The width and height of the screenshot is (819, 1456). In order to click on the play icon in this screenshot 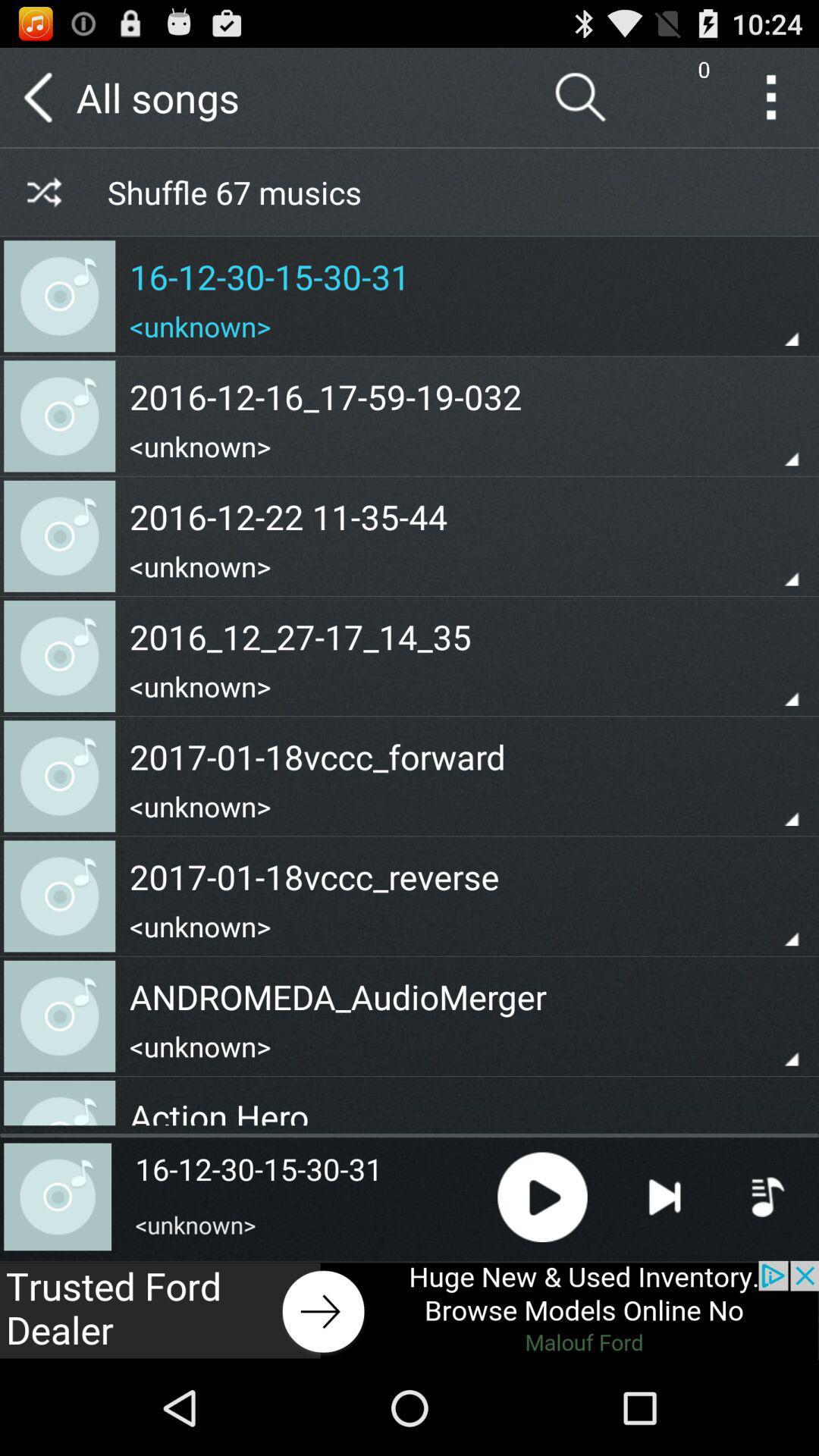, I will do `click(541, 1280)`.